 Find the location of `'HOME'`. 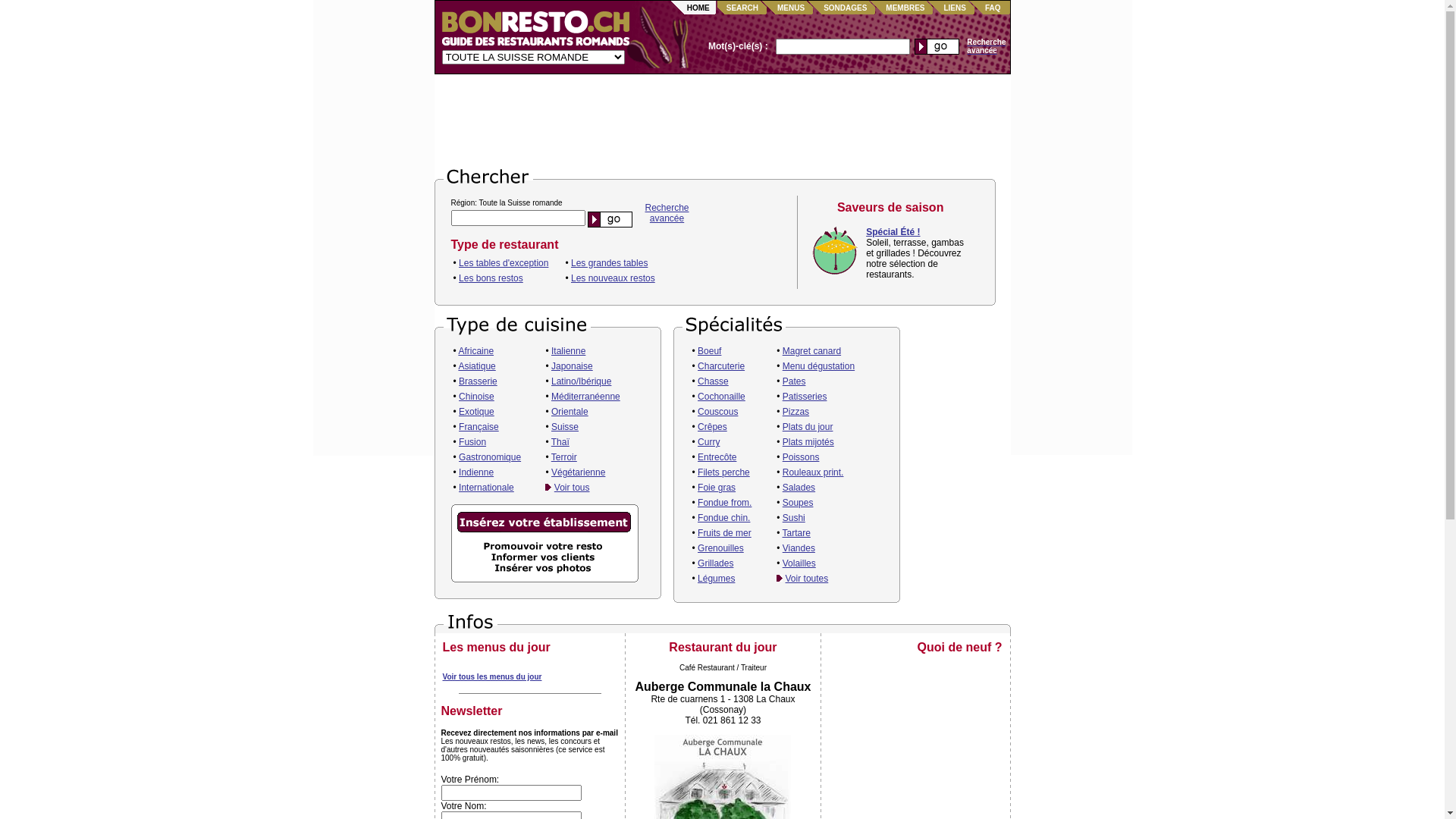

'HOME' is located at coordinates (698, 7).